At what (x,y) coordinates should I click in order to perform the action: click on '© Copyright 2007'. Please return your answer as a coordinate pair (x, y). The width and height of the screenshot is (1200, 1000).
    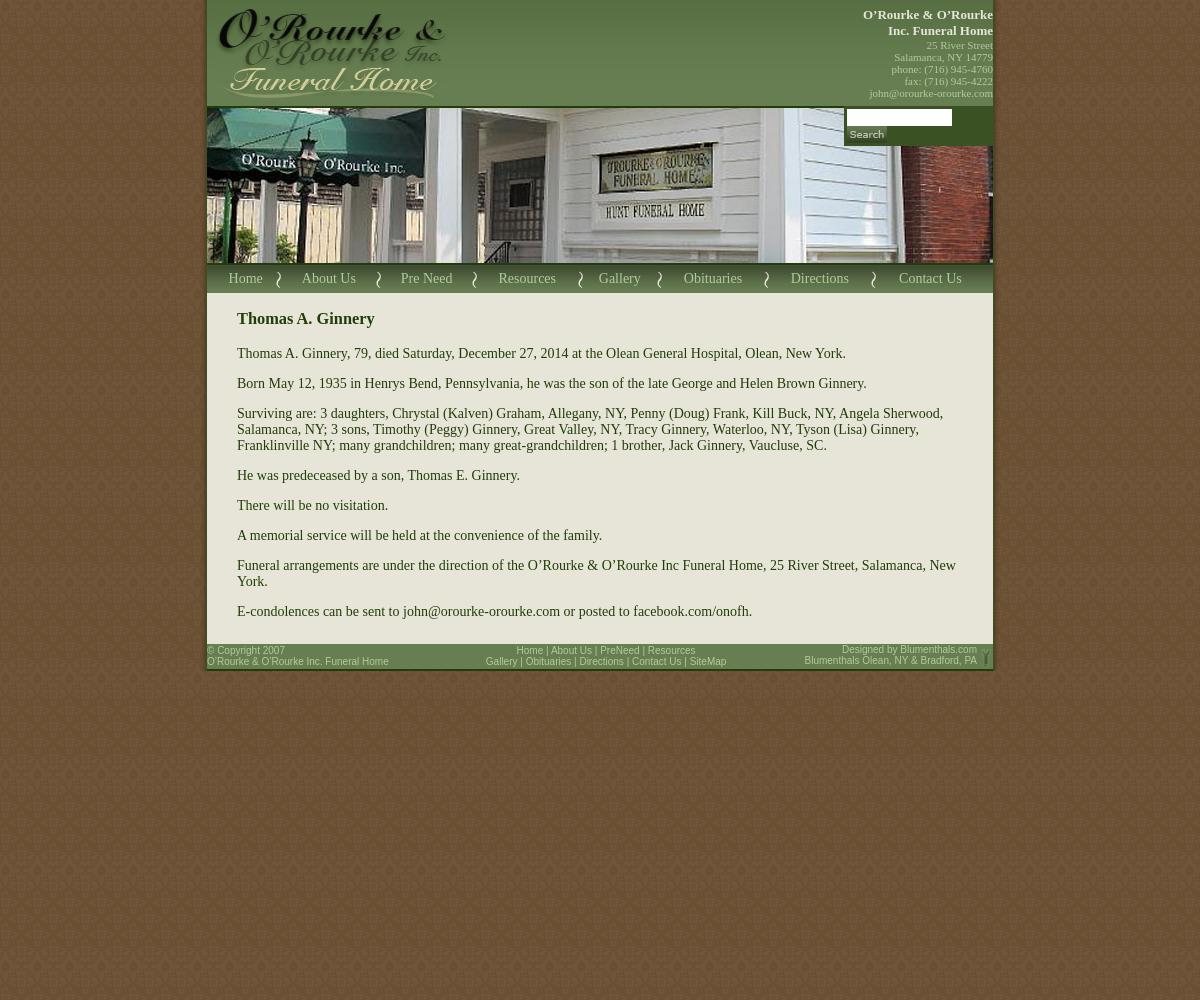
    Looking at the image, I should click on (244, 650).